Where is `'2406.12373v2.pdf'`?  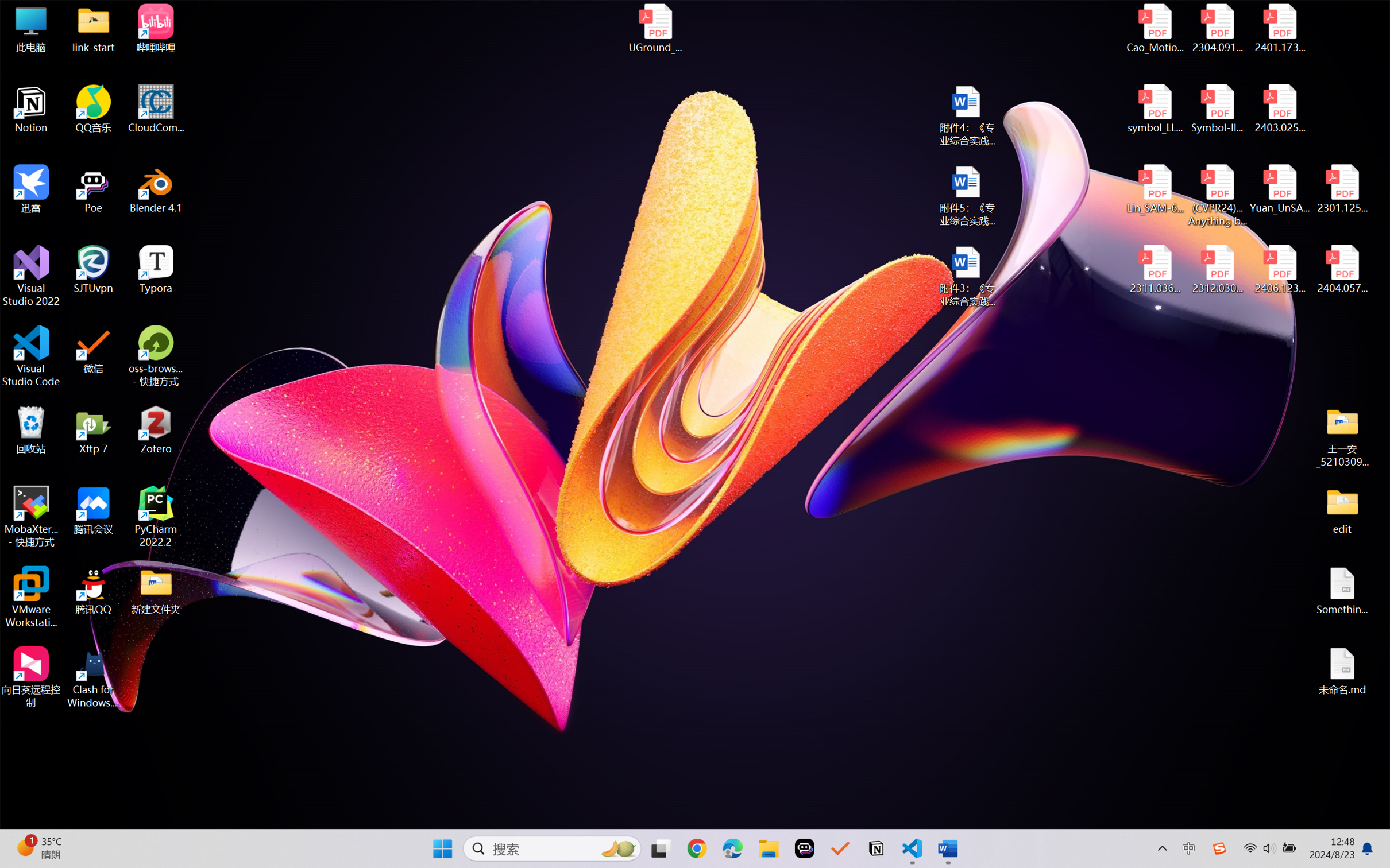
'2406.12373v2.pdf' is located at coordinates (1279, 269).